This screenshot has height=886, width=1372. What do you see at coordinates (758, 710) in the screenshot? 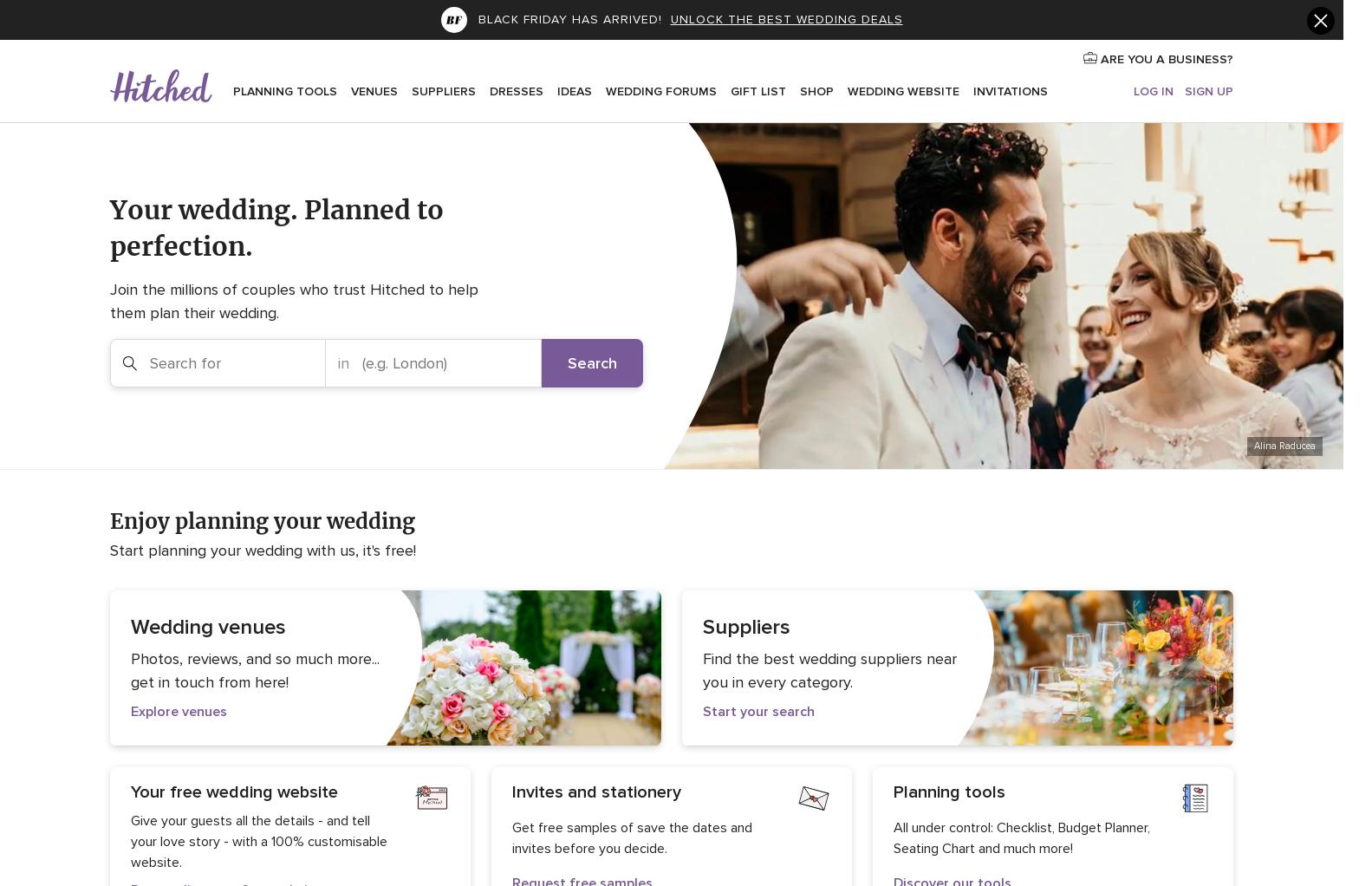
I see `'Start your search'` at bounding box center [758, 710].